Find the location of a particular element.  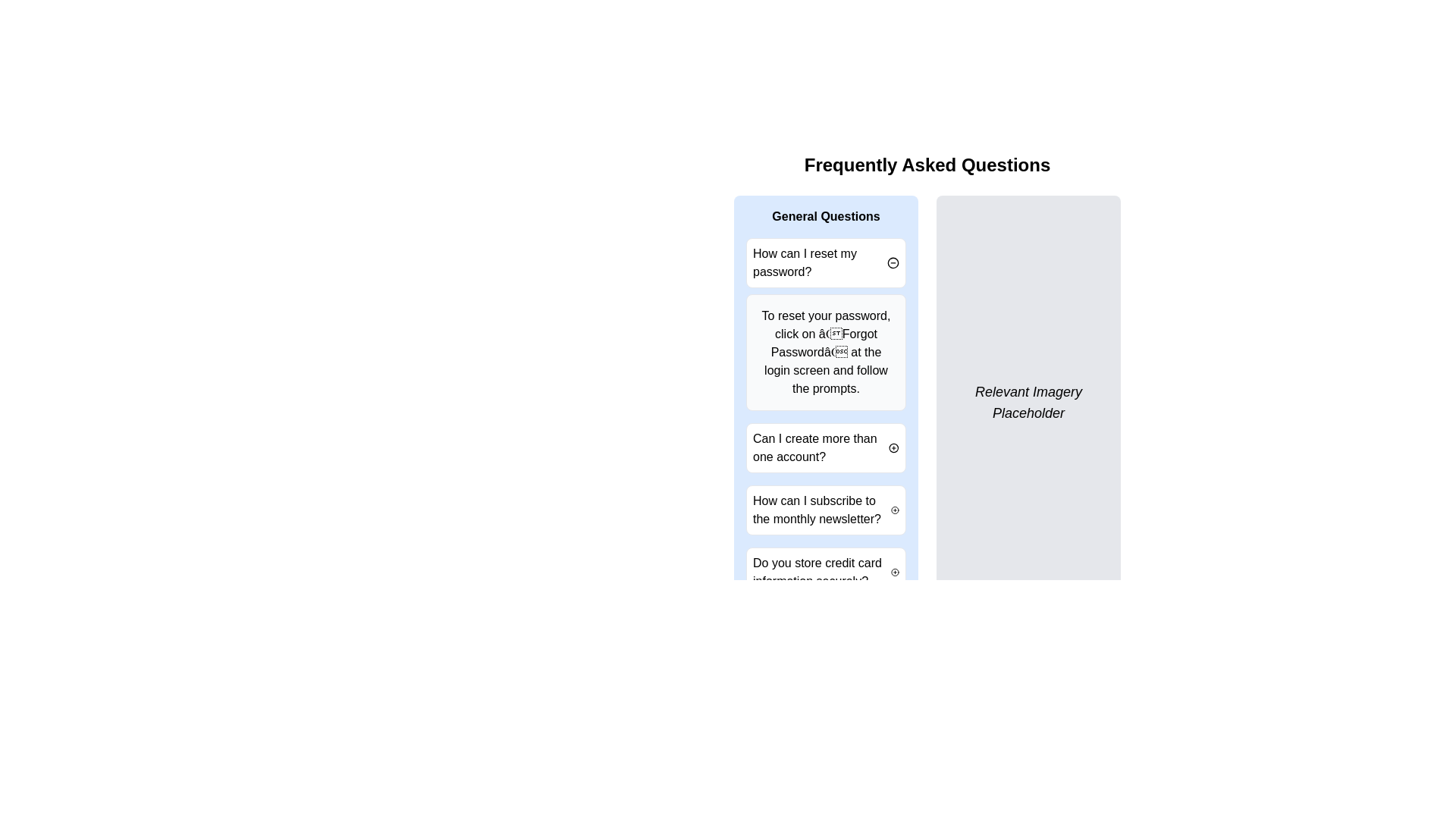

the text header titled 'Frequently Asked Questions', which is bold and centered at the top of its section is located at coordinates (927, 165).